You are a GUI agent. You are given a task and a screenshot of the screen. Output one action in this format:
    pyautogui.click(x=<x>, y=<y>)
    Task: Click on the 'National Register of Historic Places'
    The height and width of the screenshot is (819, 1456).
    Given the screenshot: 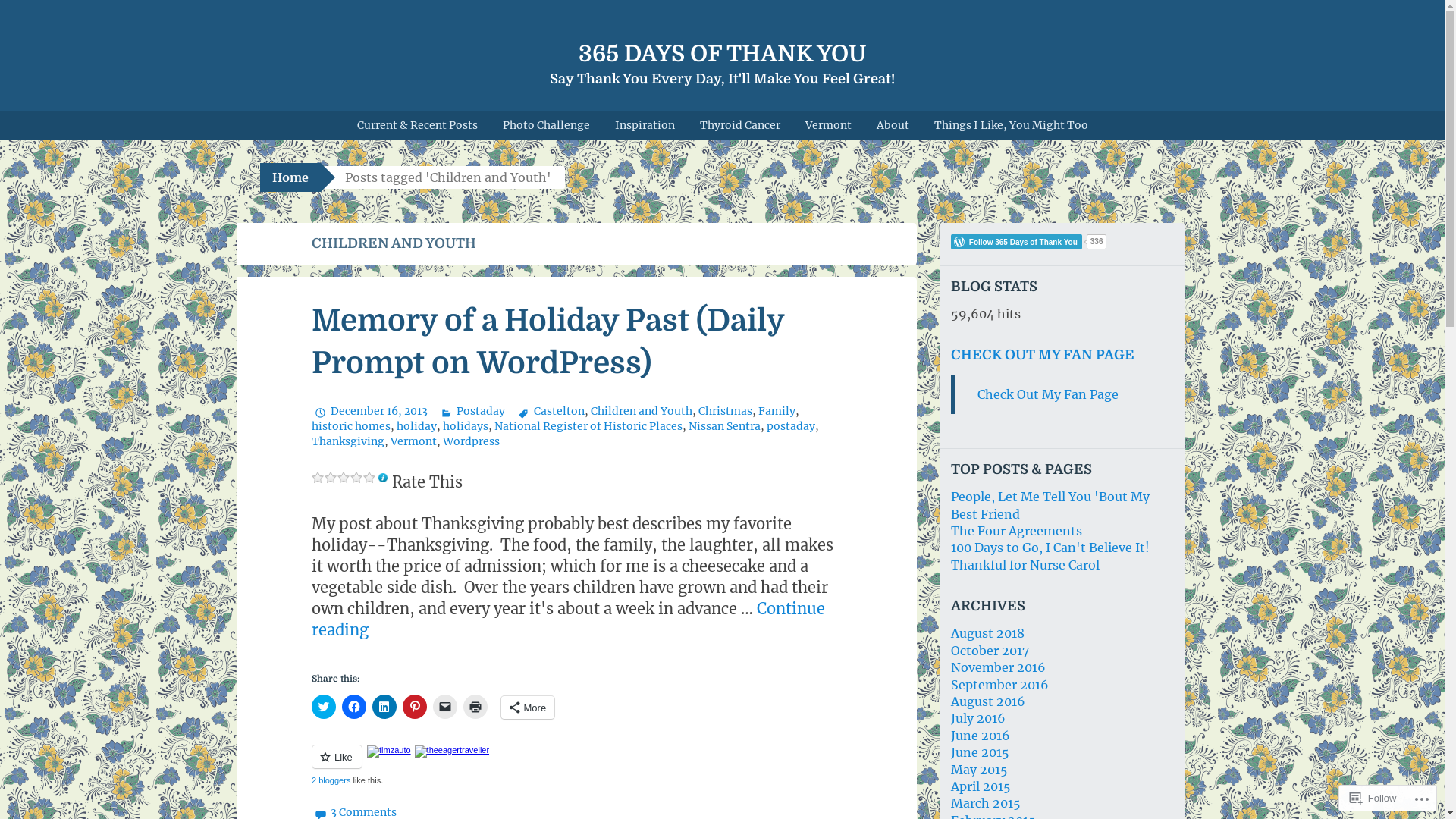 What is the action you would take?
    pyautogui.click(x=494, y=426)
    